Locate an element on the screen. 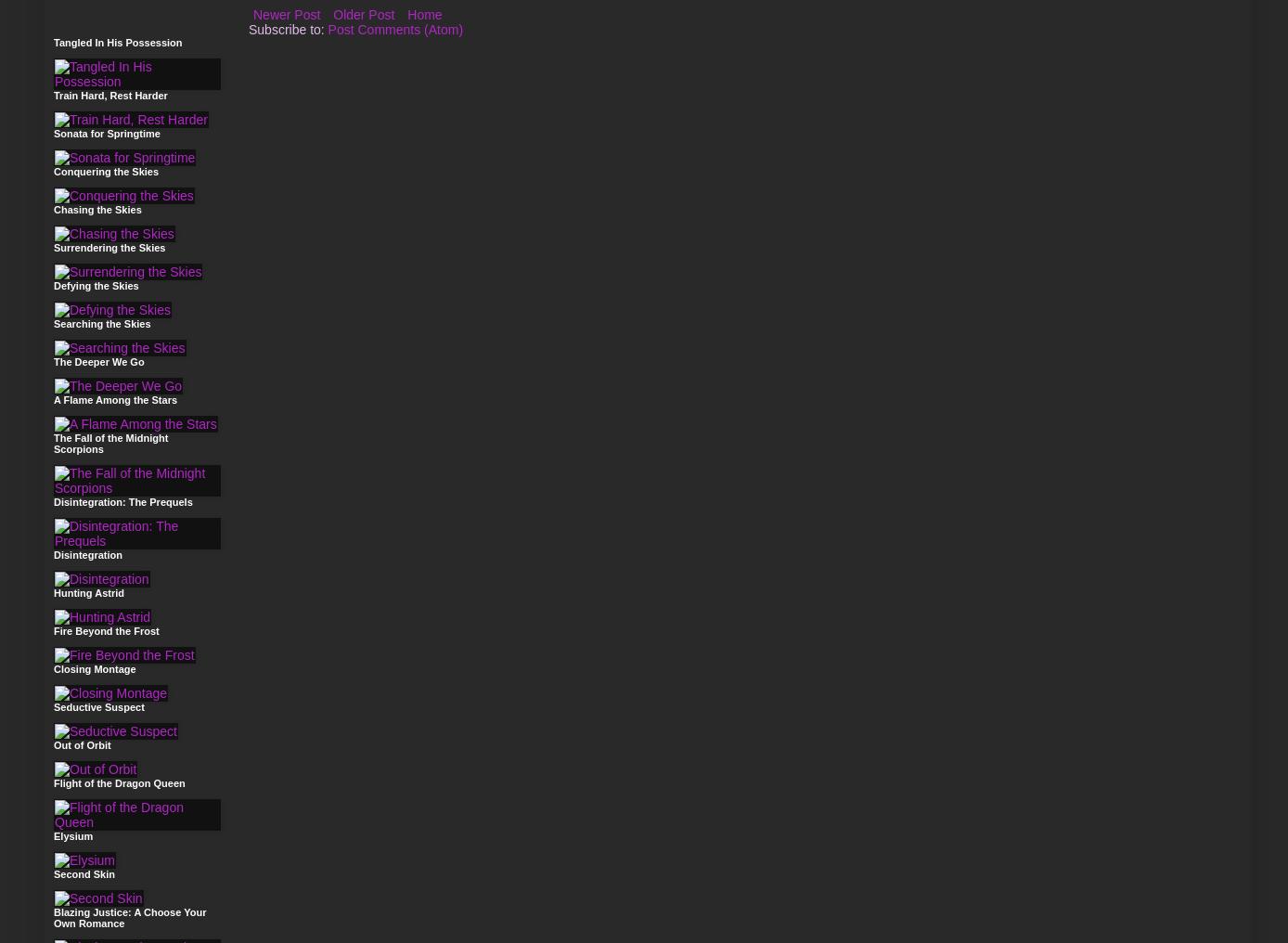 The image size is (1288, 943). 'Fire Beyond the Frost' is located at coordinates (54, 630).